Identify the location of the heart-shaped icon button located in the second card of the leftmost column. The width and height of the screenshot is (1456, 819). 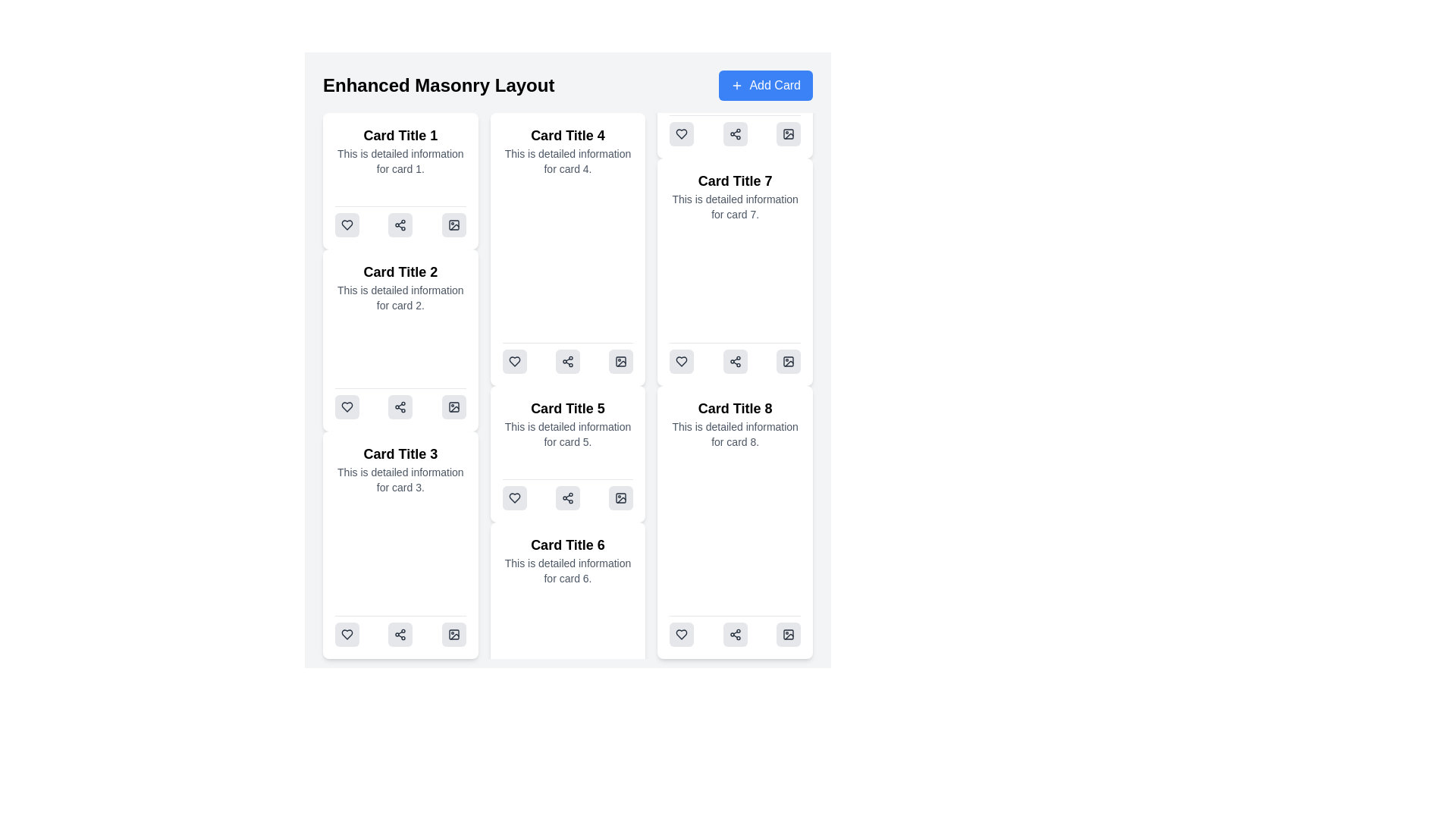
(346, 406).